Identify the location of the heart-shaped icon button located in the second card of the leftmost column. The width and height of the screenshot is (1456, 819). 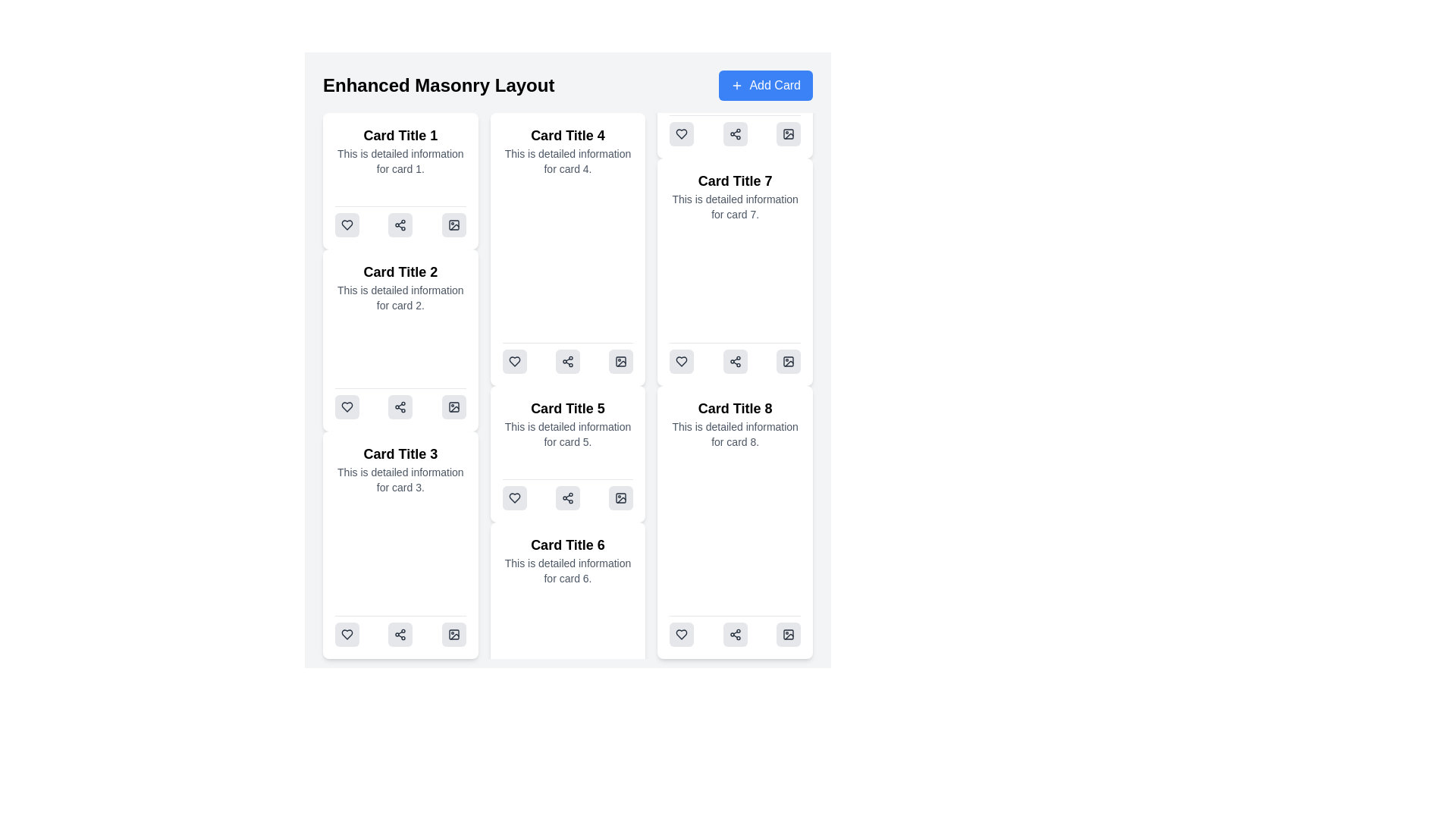
(346, 406).